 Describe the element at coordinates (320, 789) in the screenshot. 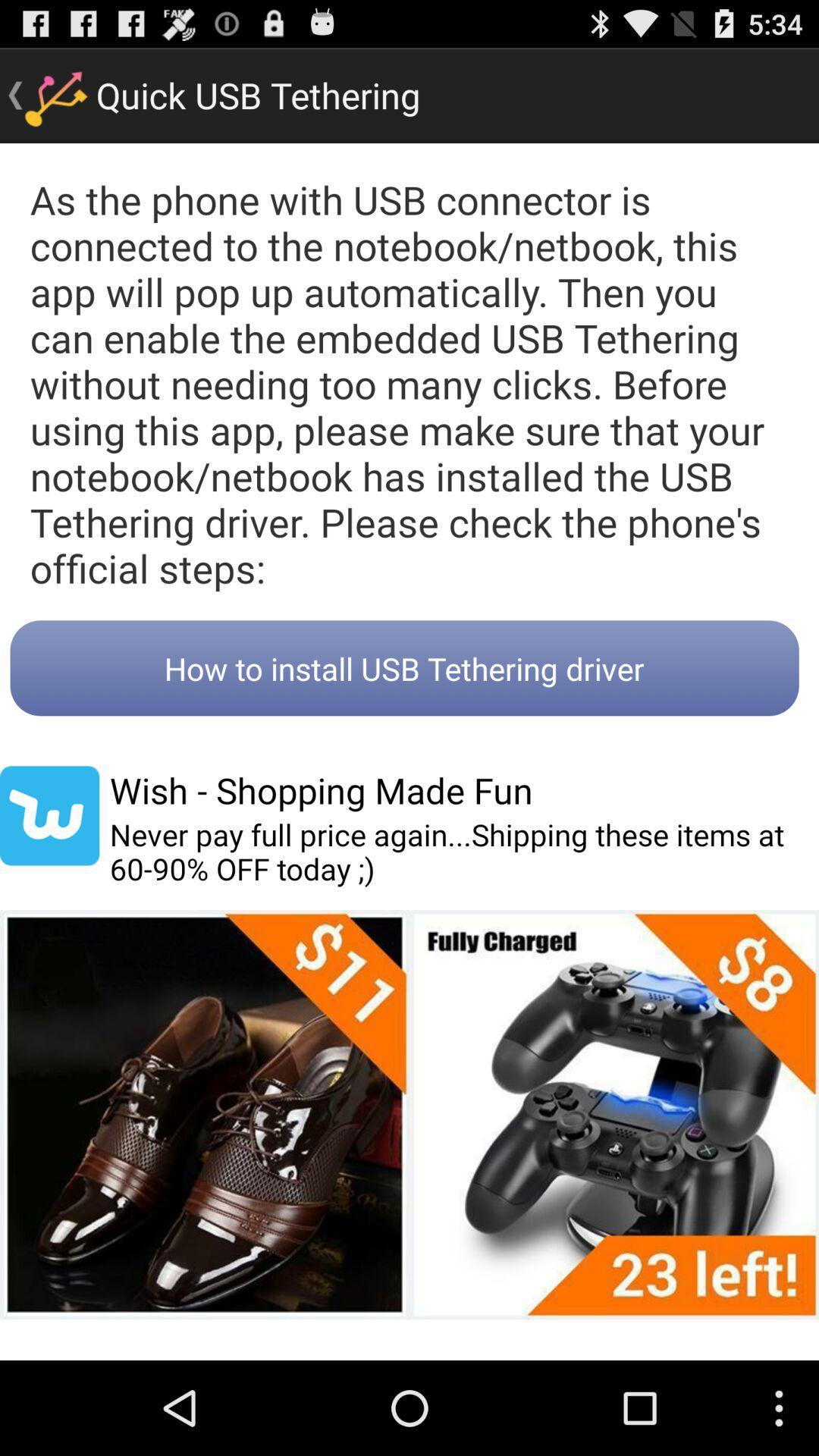

I see `item above never pay full icon` at that location.